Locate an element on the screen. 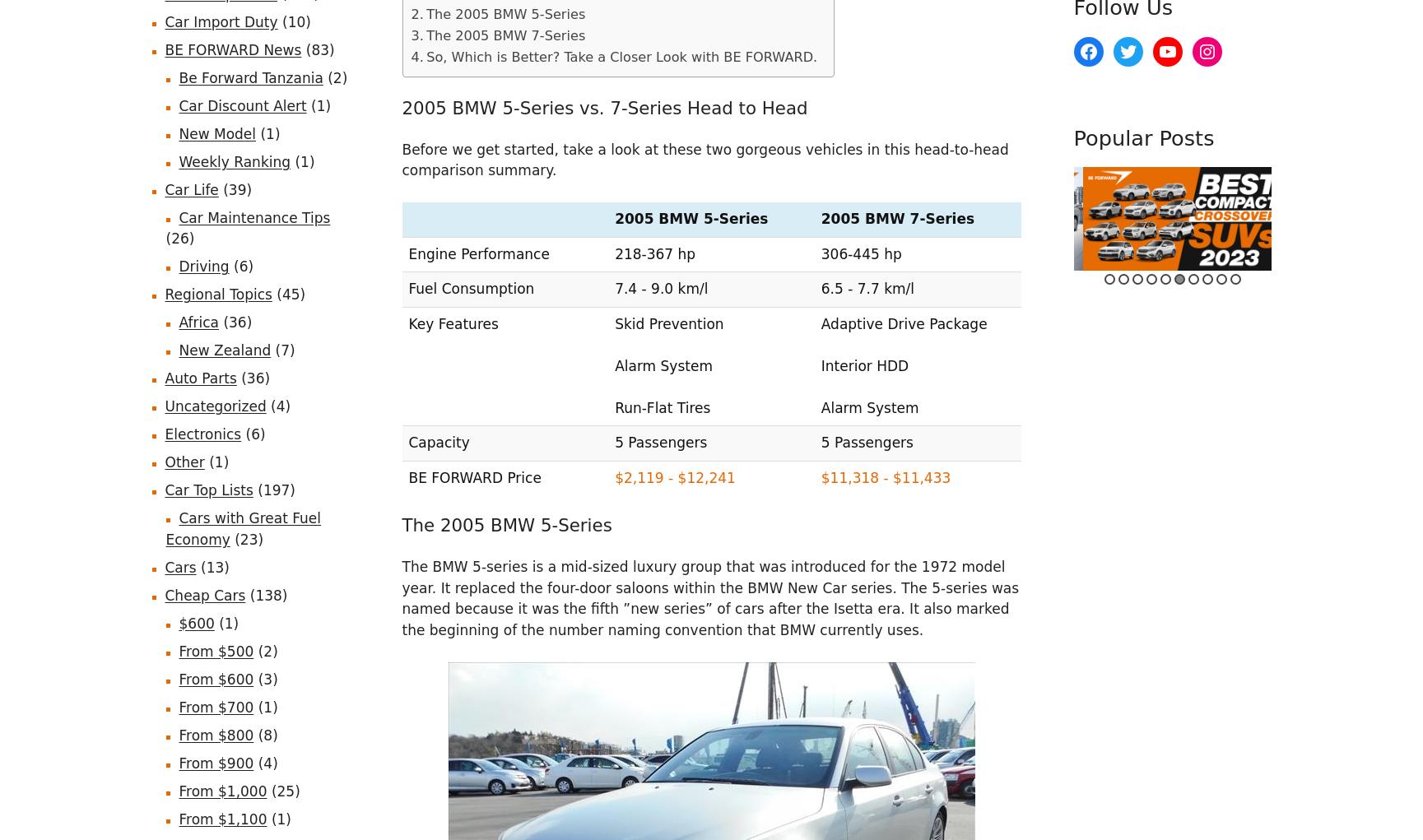 The image size is (1423, 840). 'Adaptive Drive Package' is located at coordinates (903, 323).